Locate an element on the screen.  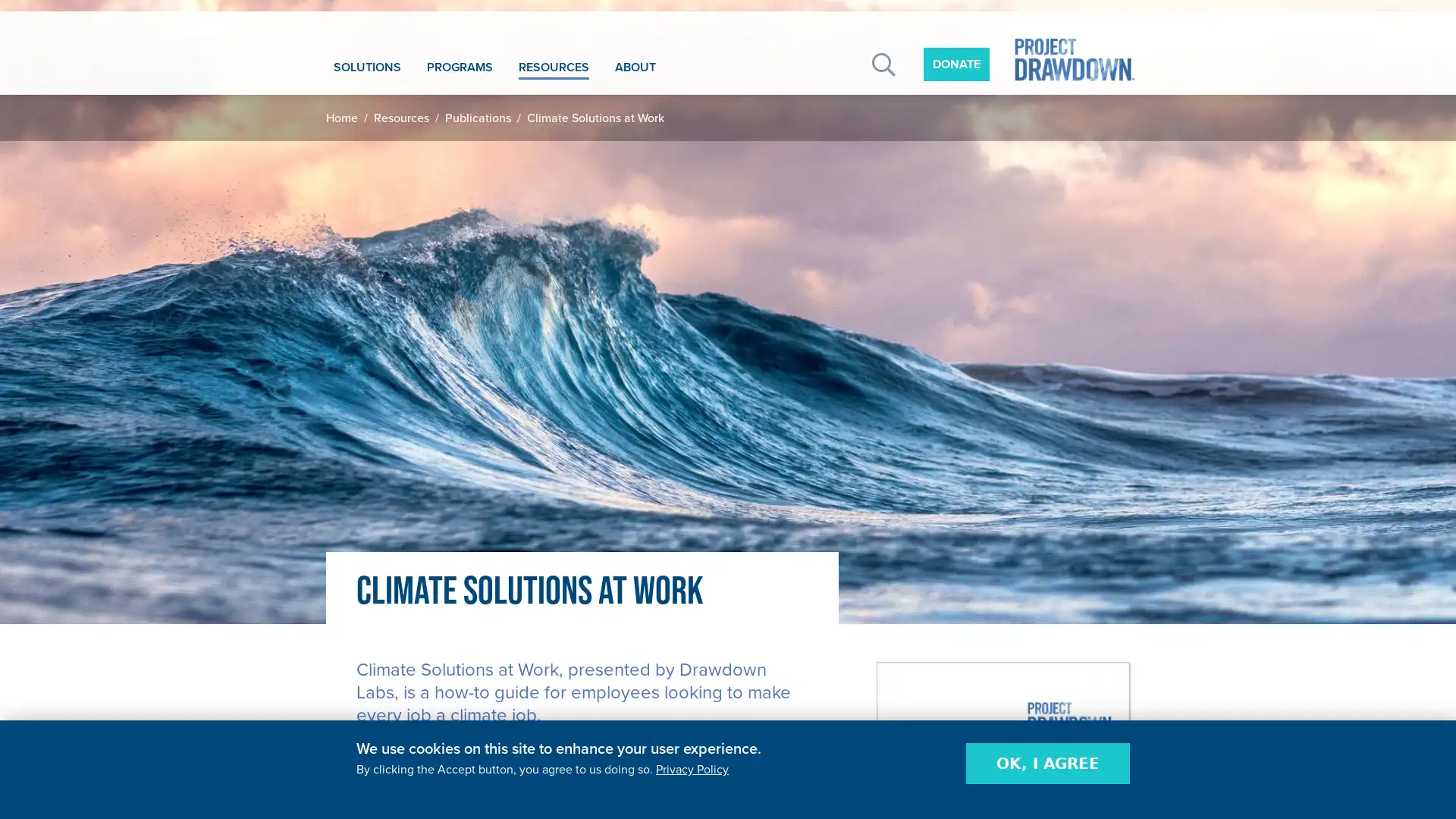
Search Full Site is located at coordinates (1031, 148).